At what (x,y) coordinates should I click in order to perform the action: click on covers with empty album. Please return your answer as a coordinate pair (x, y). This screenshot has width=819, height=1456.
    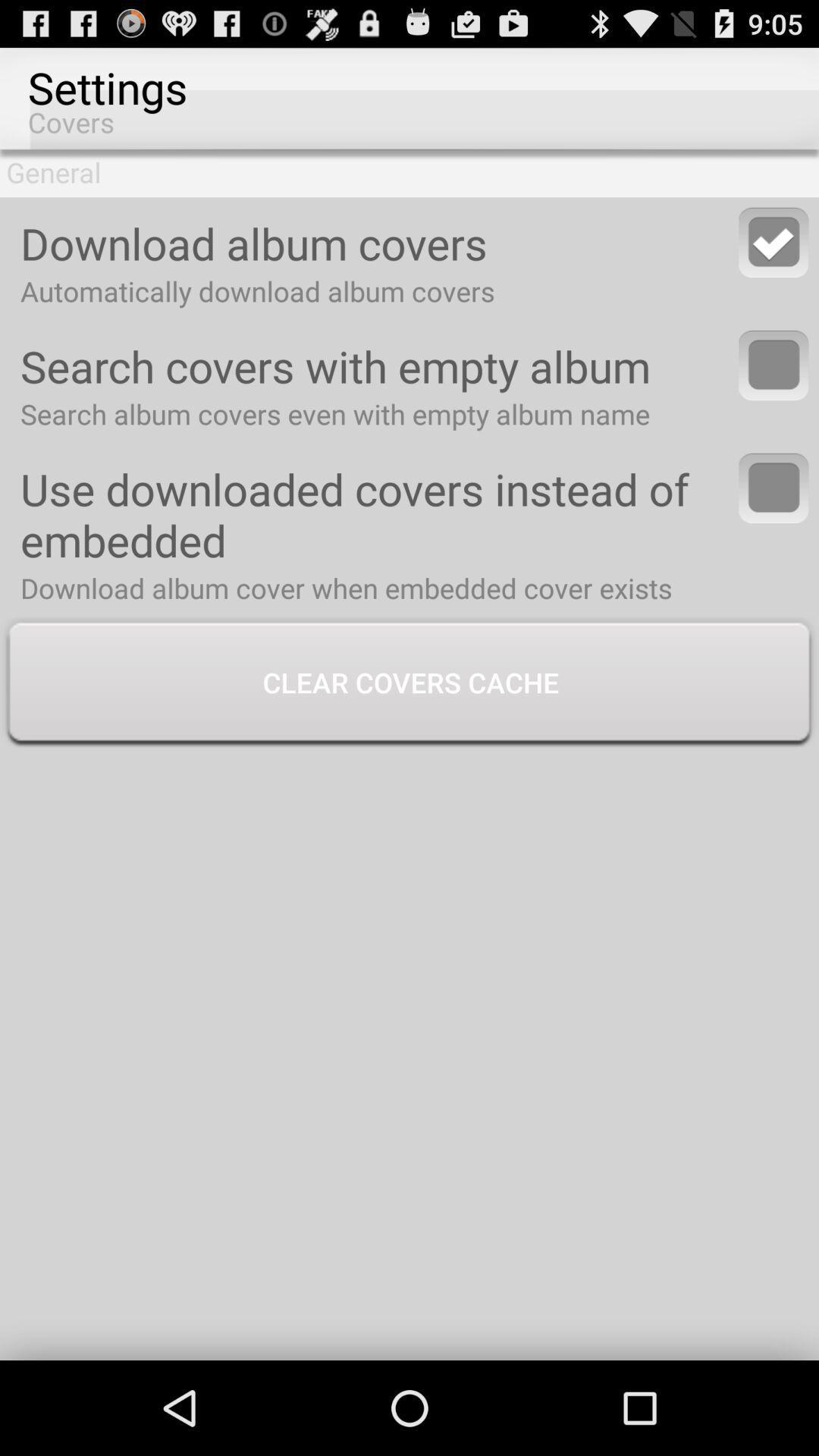
    Looking at the image, I should click on (773, 365).